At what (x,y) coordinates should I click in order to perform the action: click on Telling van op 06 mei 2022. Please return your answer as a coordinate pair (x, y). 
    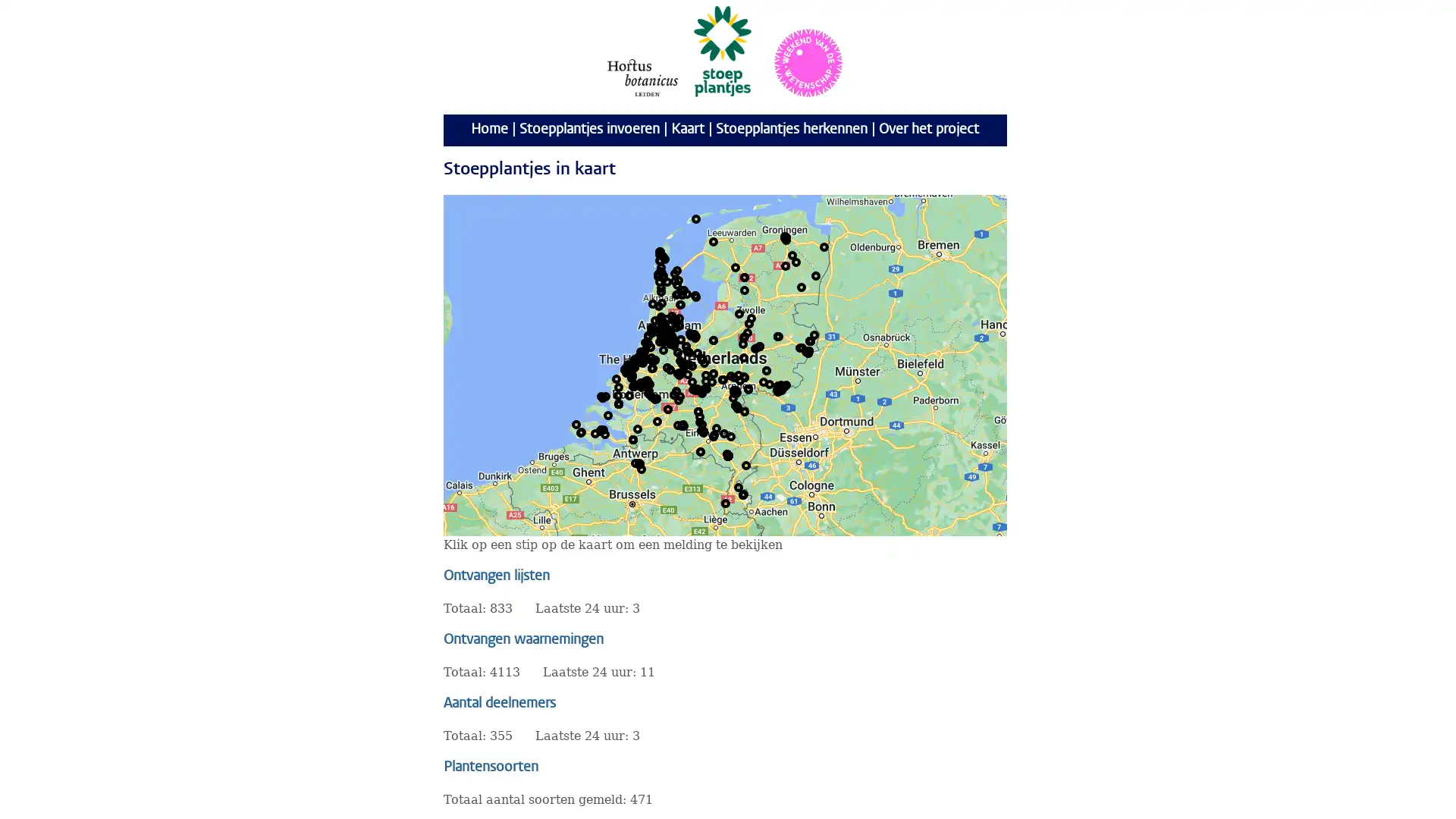
    Looking at the image, I should click on (777, 388).